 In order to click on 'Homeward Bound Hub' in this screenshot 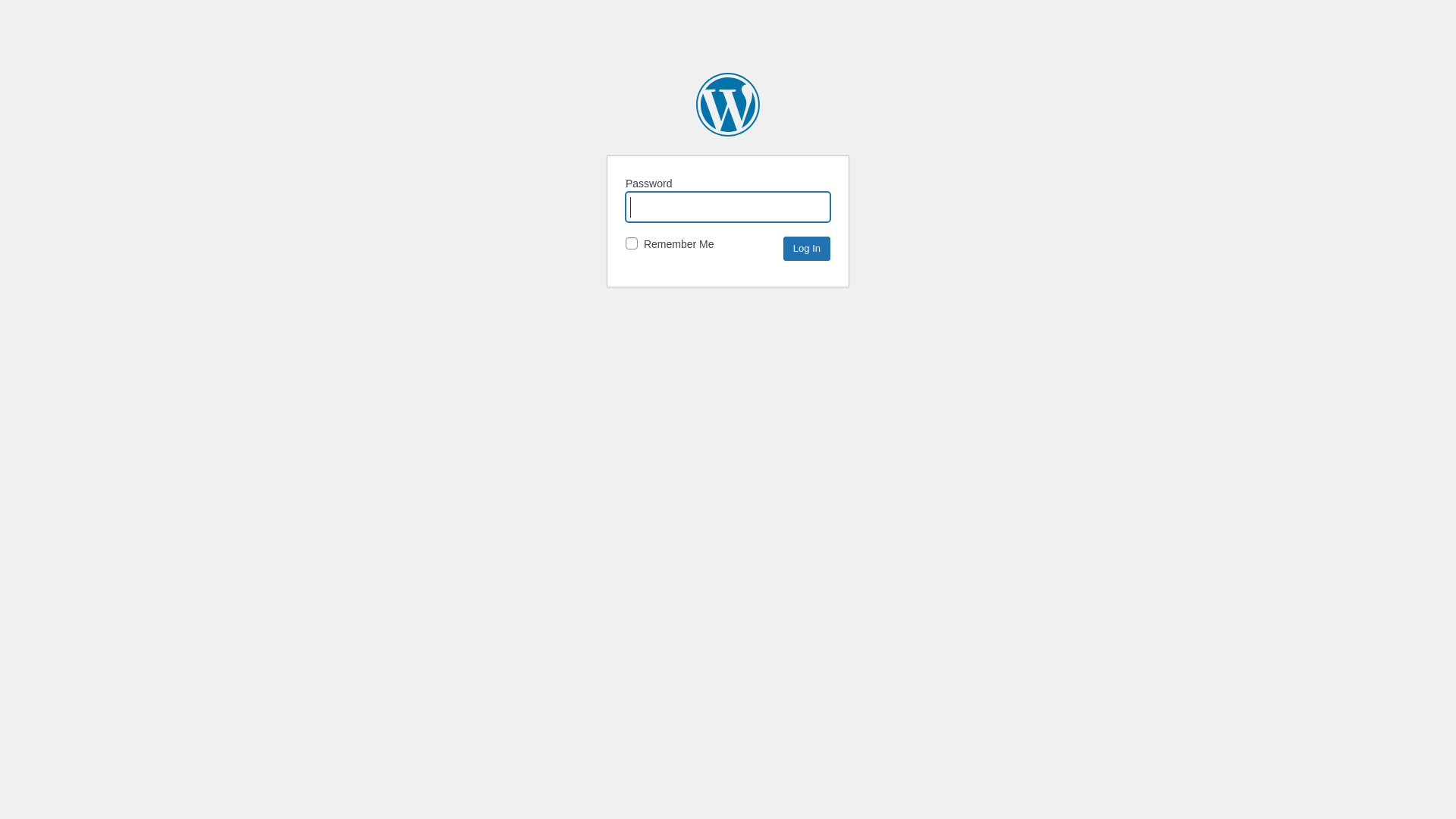, I will do `click(728, 104)`.